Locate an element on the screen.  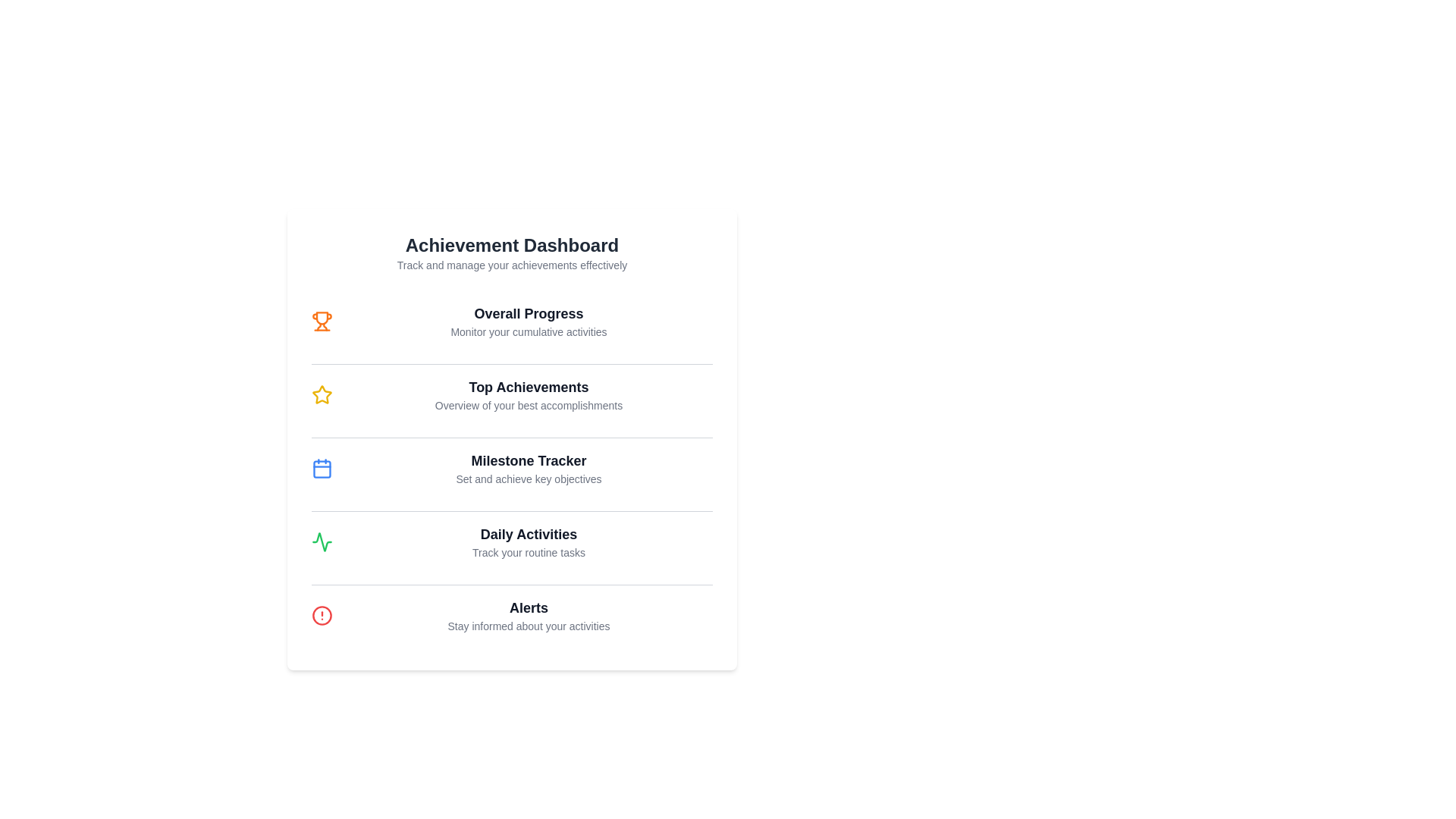
text from the 'Achievement Dashboard' header and subtext element, which displays 'Achievement Dashboard' in bold and larger font, with the subtext 'Track and manage your achievements effectively' below it is located at coordinates (512, 253).